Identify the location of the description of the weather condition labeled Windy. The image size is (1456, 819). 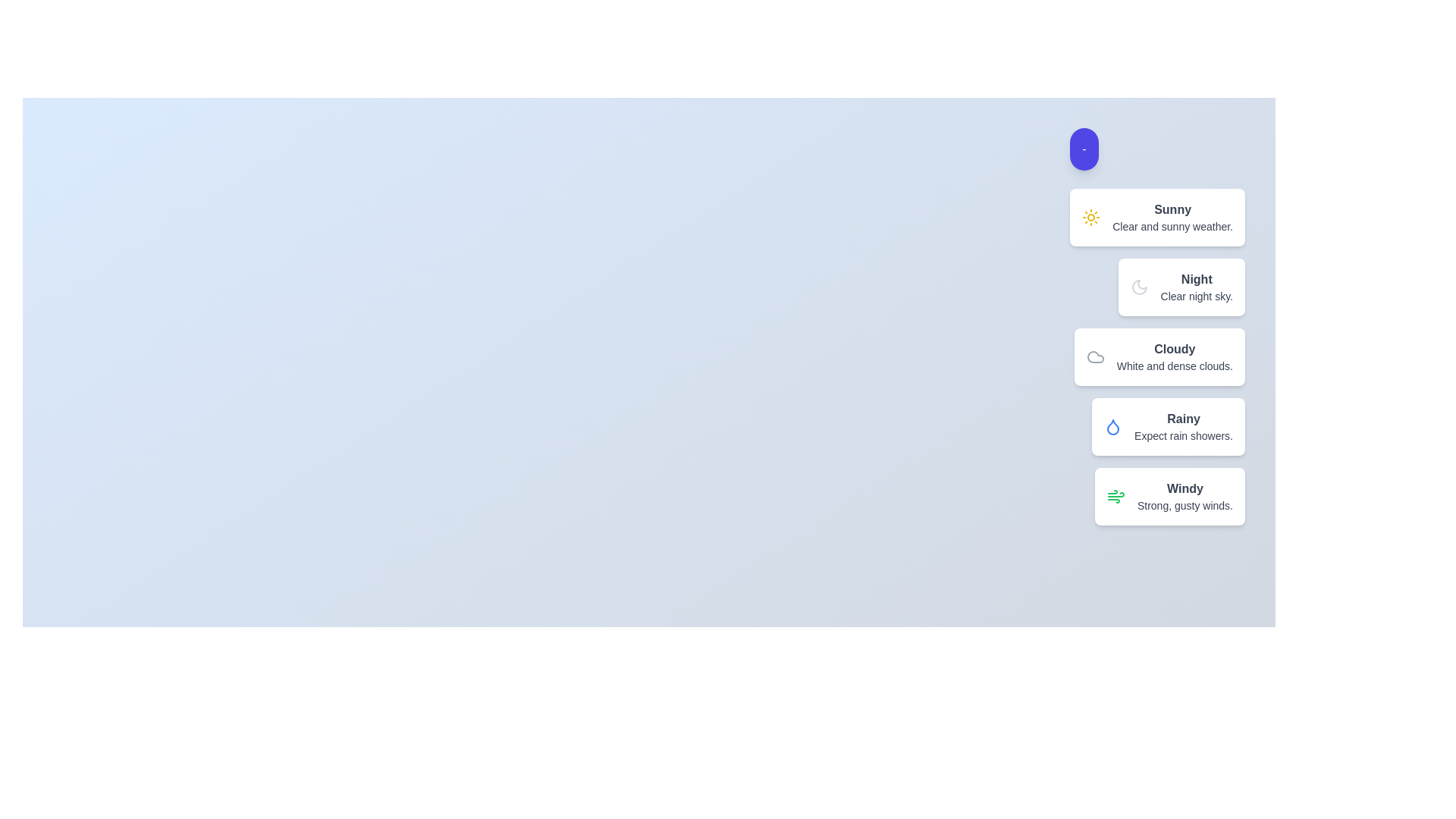
(1184, 488).